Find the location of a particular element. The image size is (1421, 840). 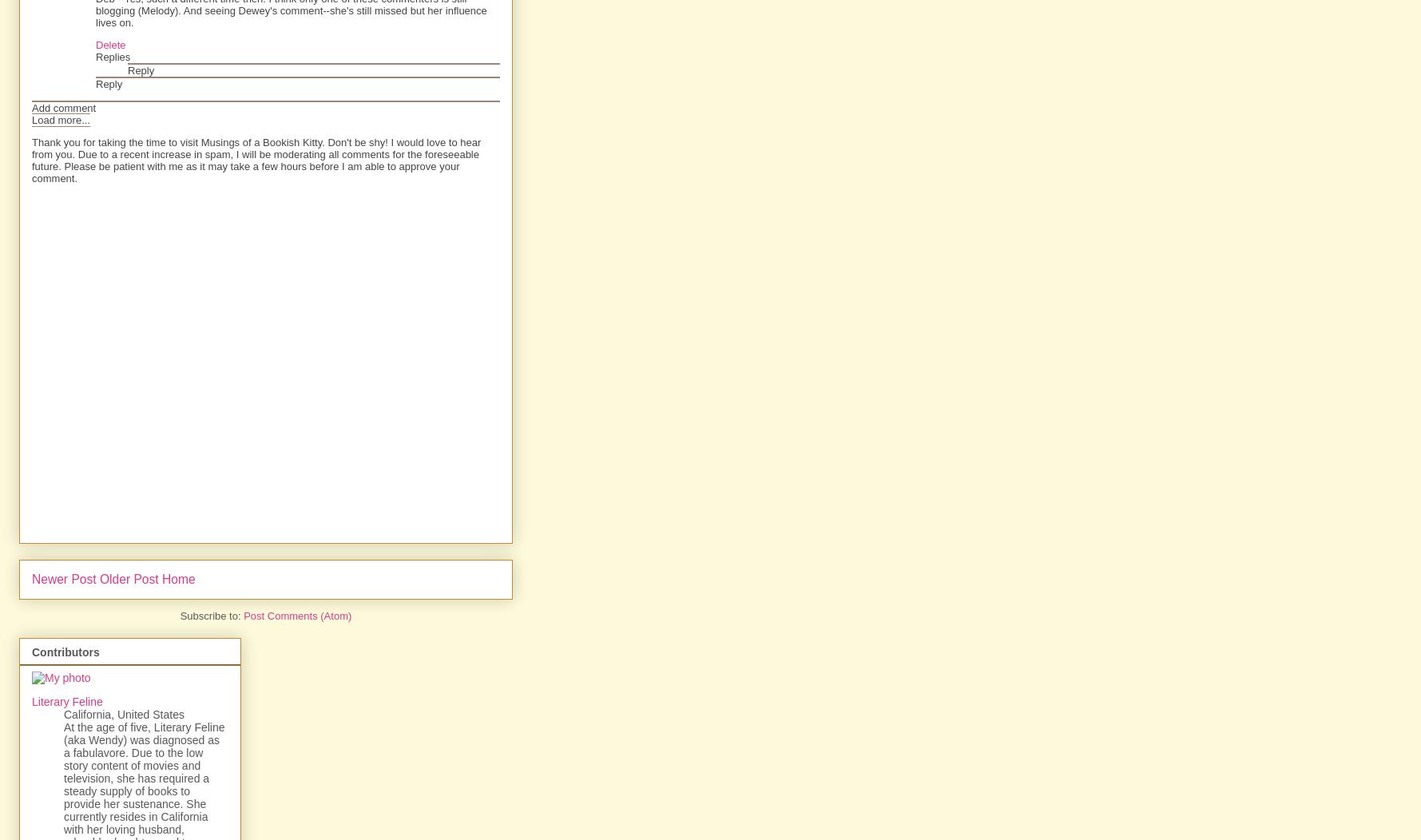

'Subscribe to:' is located at coordinates (211, 615).